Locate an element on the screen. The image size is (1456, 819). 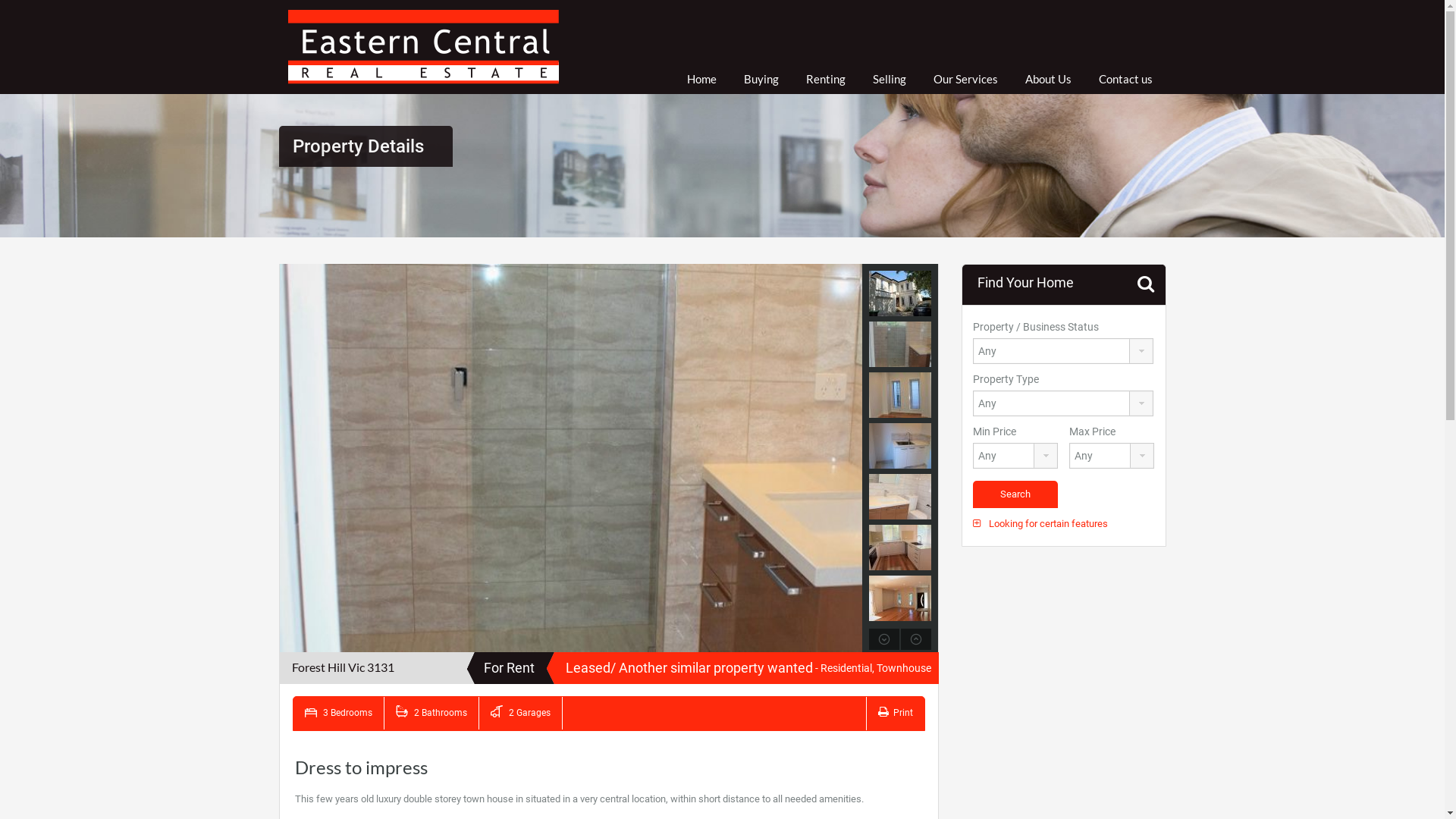
'Contact us' is located at coordinates (1125, 79).